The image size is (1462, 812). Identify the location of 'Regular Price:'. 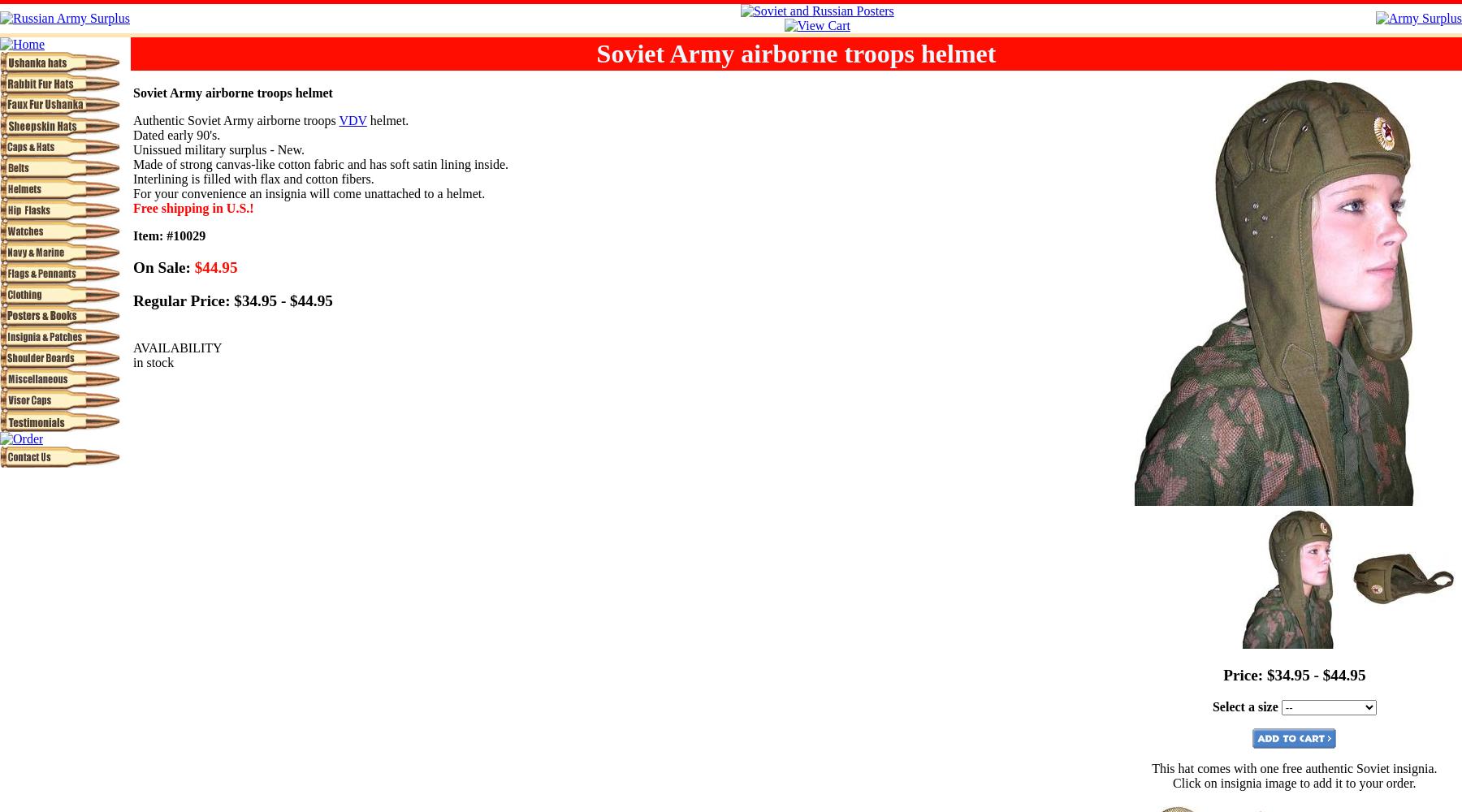
(181, 300).